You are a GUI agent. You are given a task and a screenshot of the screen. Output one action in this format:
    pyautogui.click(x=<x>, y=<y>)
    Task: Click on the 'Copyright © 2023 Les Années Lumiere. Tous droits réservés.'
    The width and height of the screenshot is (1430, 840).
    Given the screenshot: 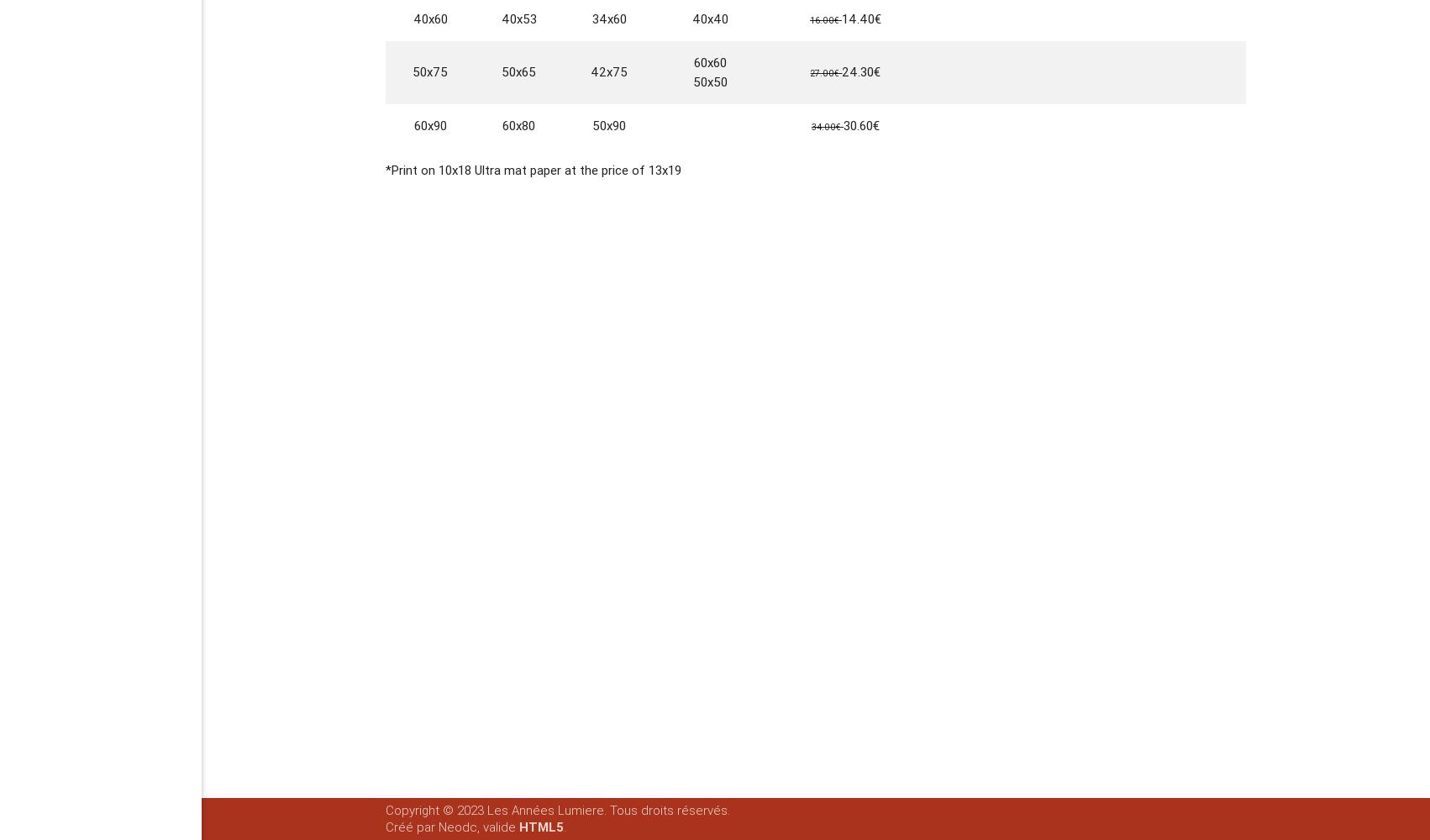 What is the action you would take?
    pyautogui.click(x=557, y=810)
    